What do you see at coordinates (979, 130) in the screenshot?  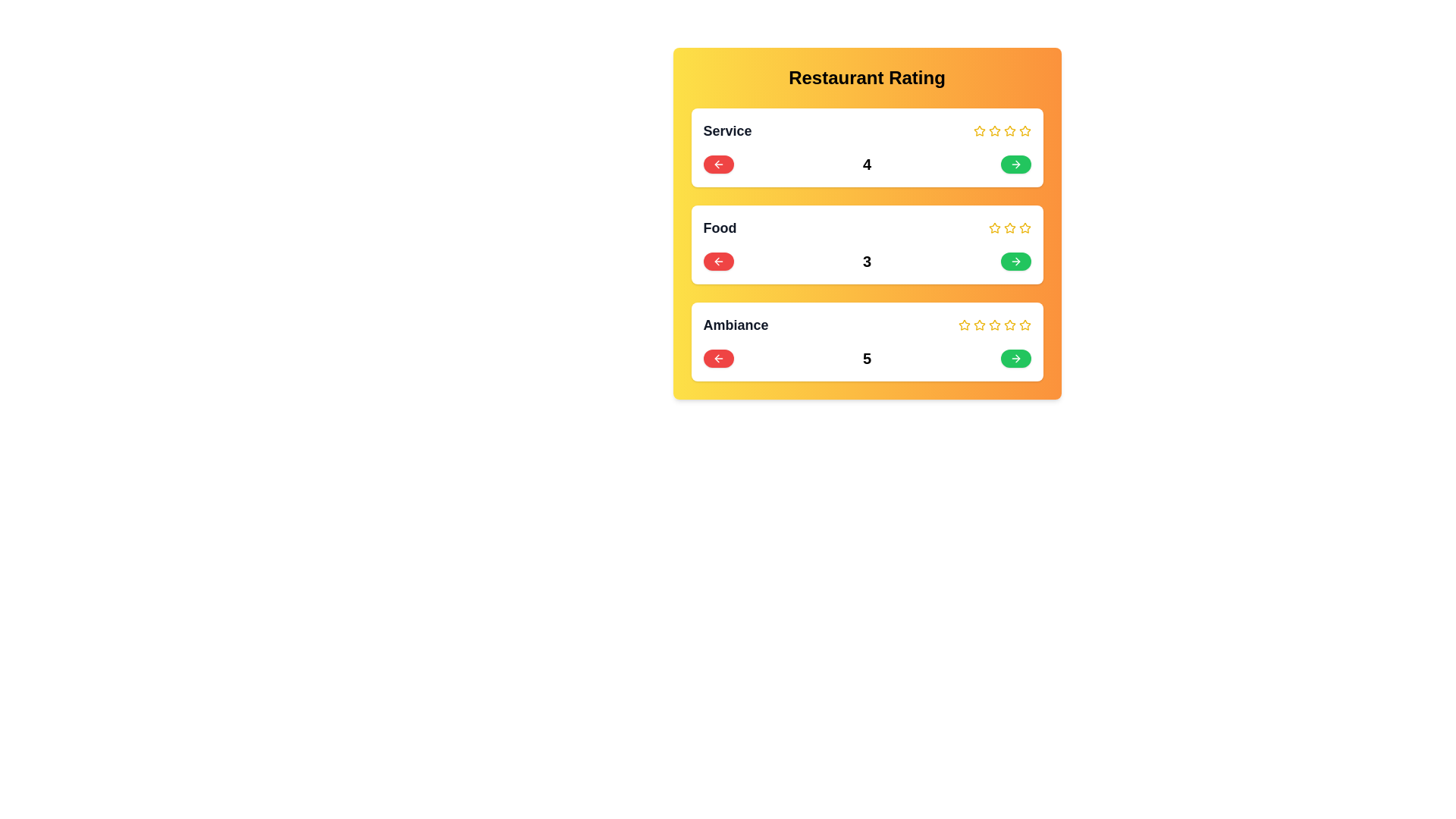 I see `the first star in the rating system` at bounding box center [979, 130].